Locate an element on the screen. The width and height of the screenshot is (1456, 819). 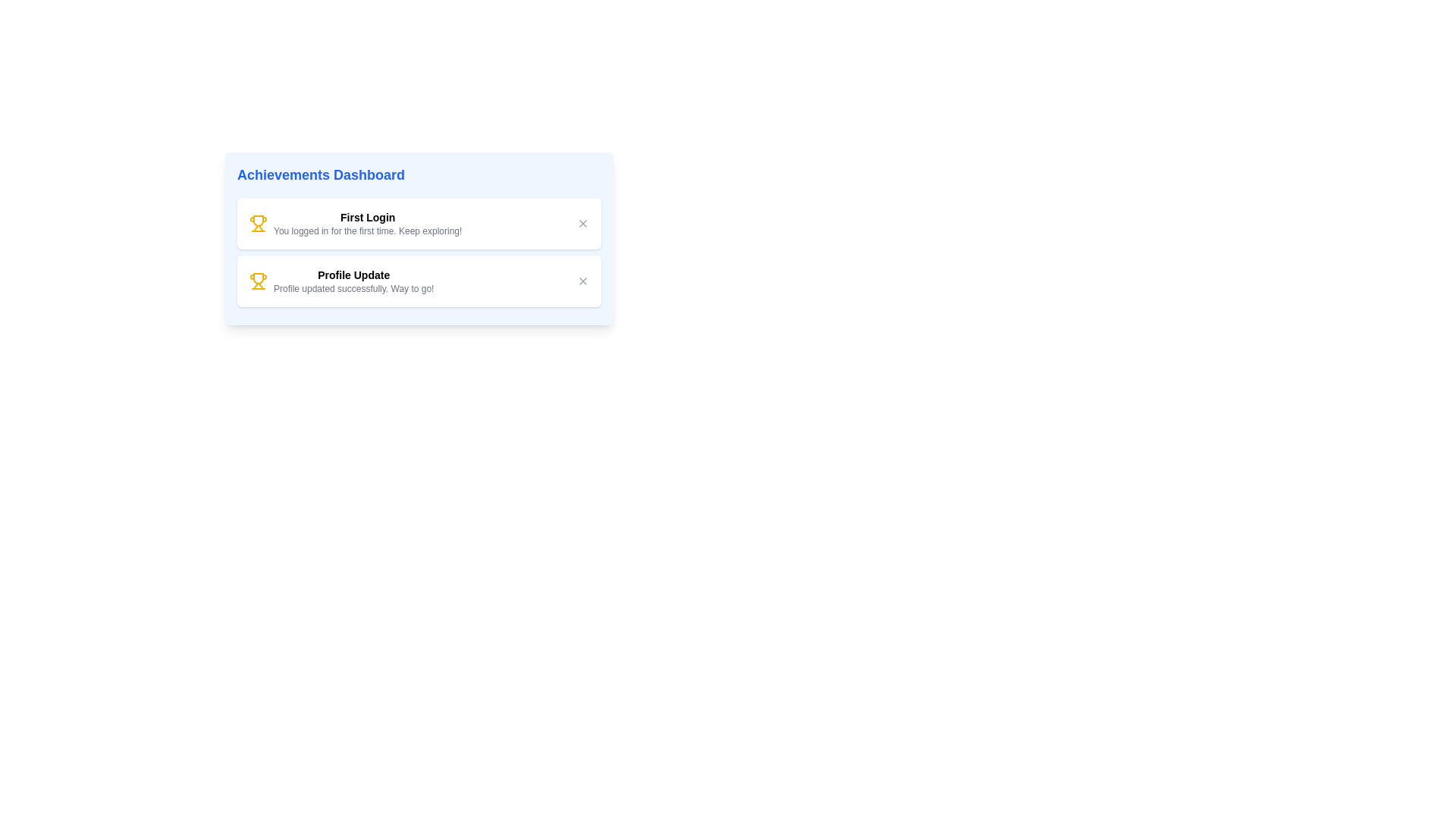
feedback text label indicating the successful completion of the 'Profile Update' achievement, located below the 'Profile Update' heading in the Achievements Dashboard is located at coordinates (353, 289).